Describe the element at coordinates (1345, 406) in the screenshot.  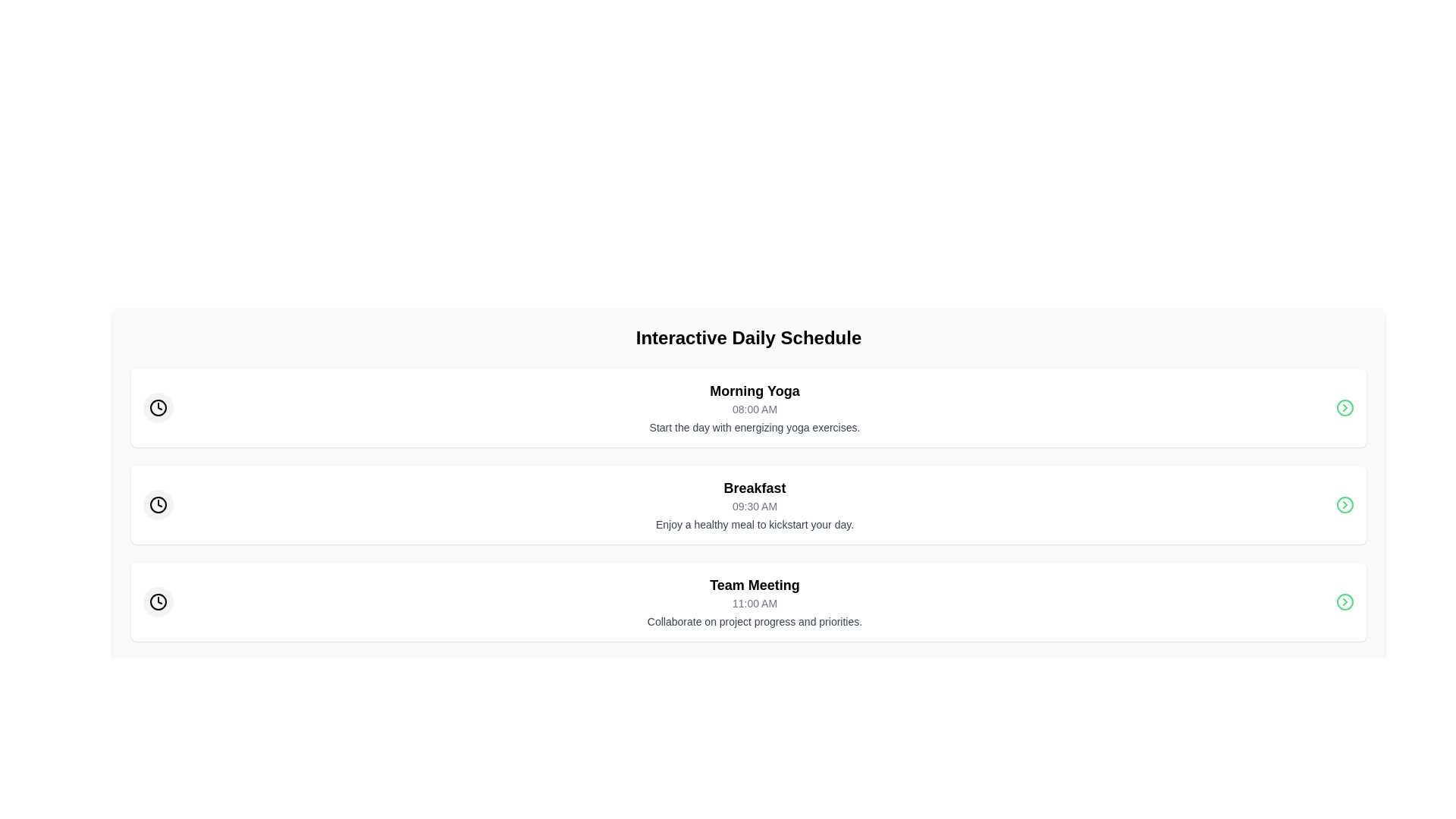
I see `the SVG circle graphic that serves as a graphical component of the 'Breakfast' section's action or status indicator, located on the right side of the section` at that location.